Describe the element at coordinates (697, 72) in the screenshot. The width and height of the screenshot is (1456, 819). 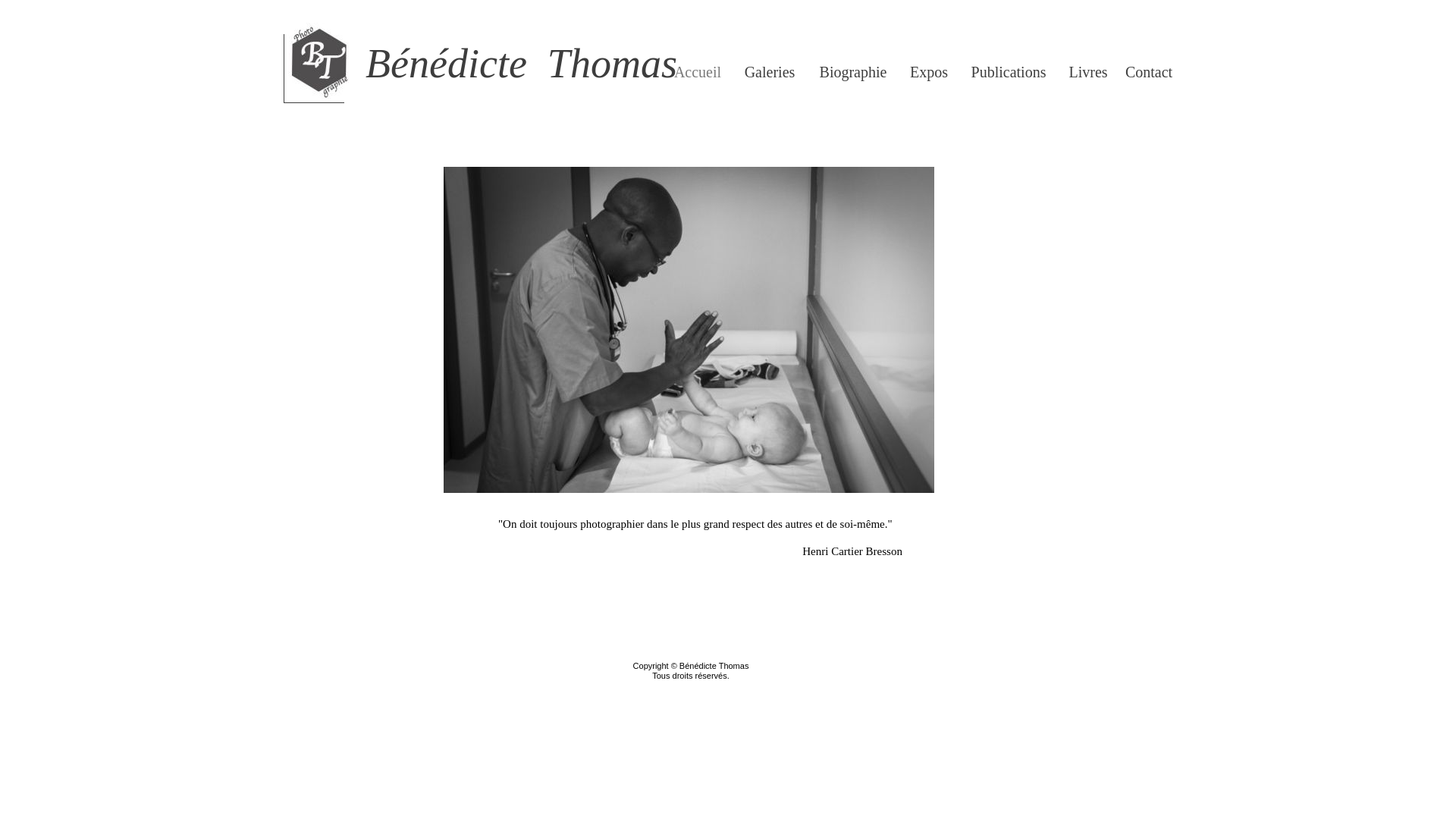
I see `'Accueil'` at that location.